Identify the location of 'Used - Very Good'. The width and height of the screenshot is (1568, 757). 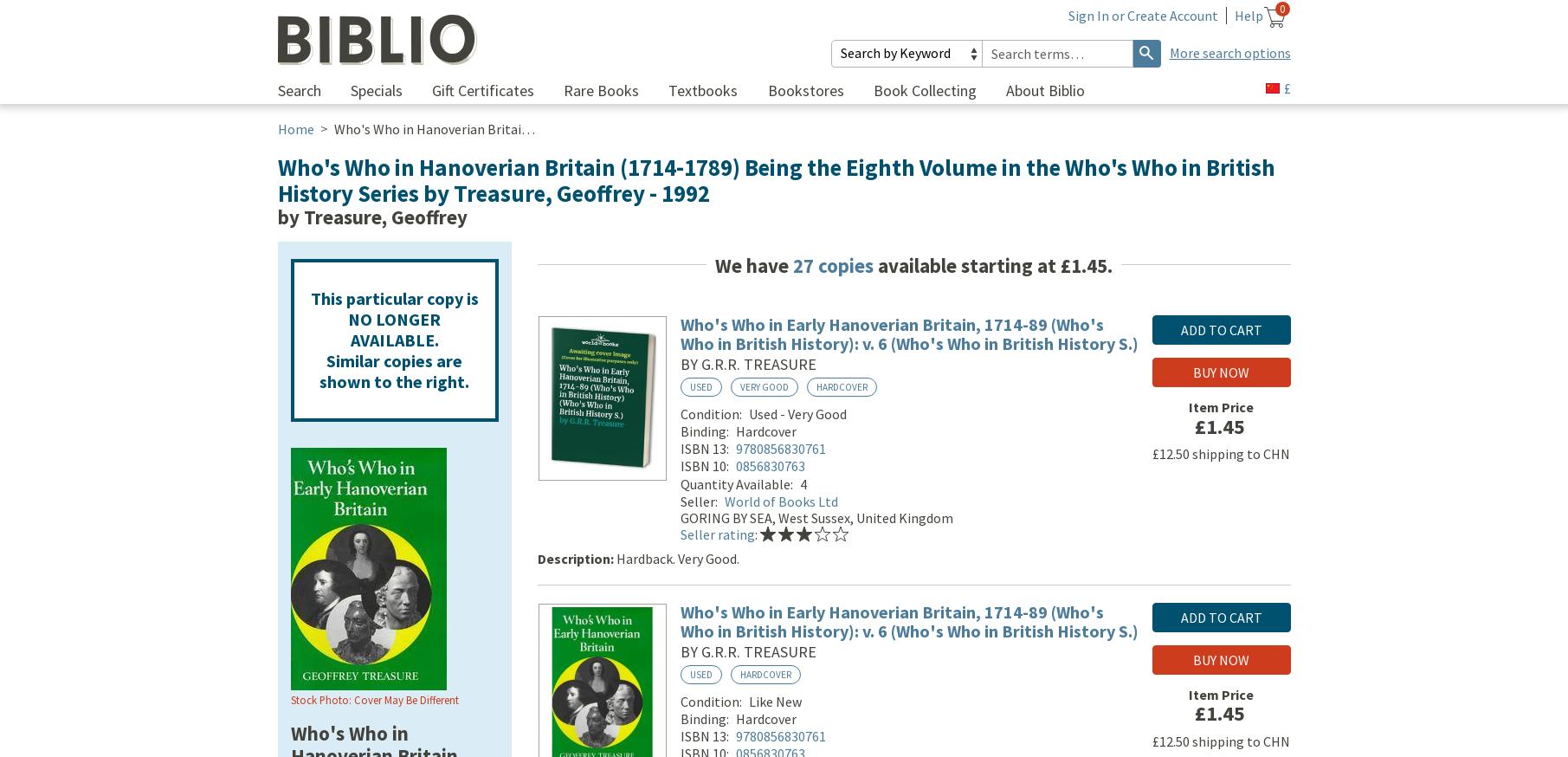
(796, 415).